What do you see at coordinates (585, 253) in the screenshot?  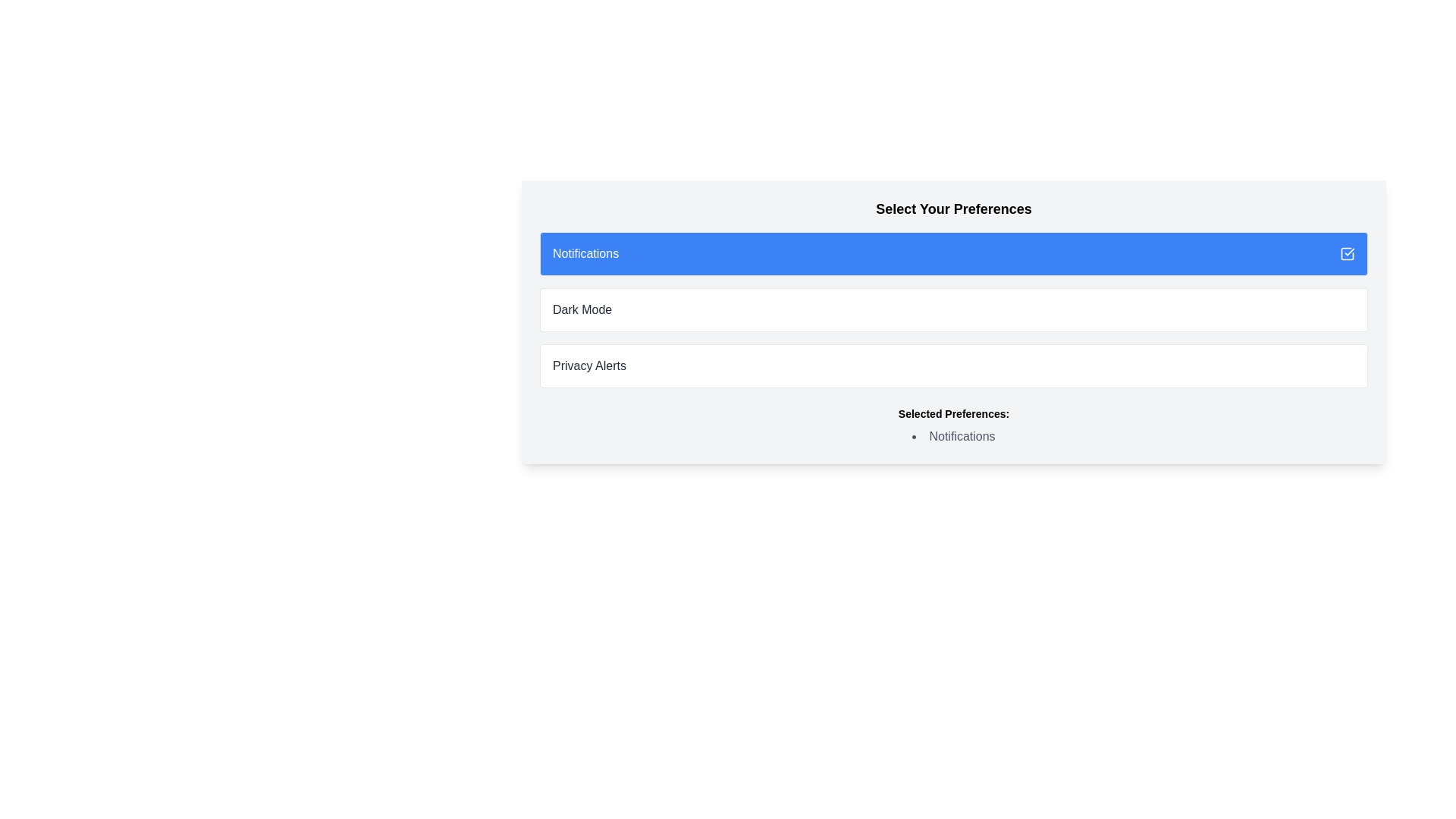 I see `the 'Notifications' text label, which is styled in white font on a blue background` at bounding box center [585, 253].